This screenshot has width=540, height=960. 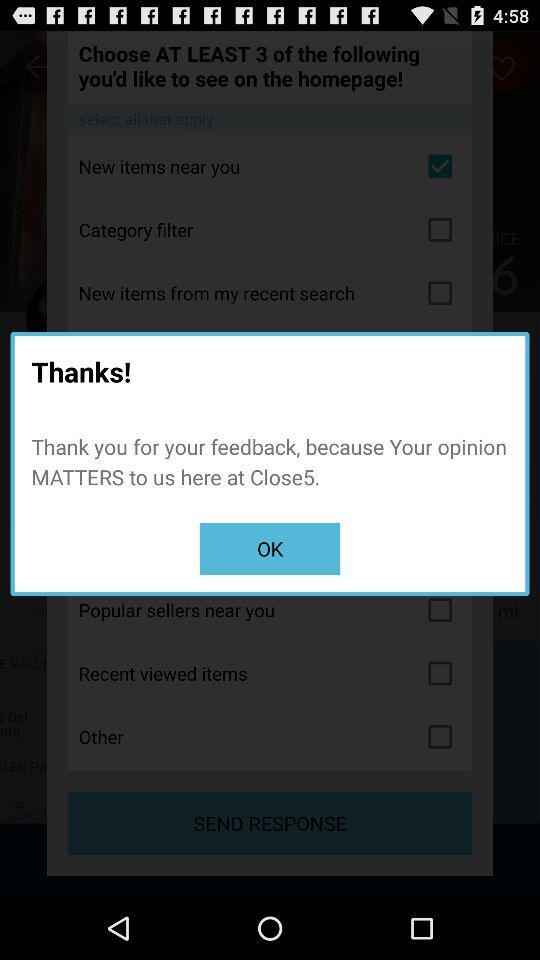 What do you see at coordinates (270, 549) in the screenshot?
I see `the icon below the thank you for icon` at bounding box center [270, 549].